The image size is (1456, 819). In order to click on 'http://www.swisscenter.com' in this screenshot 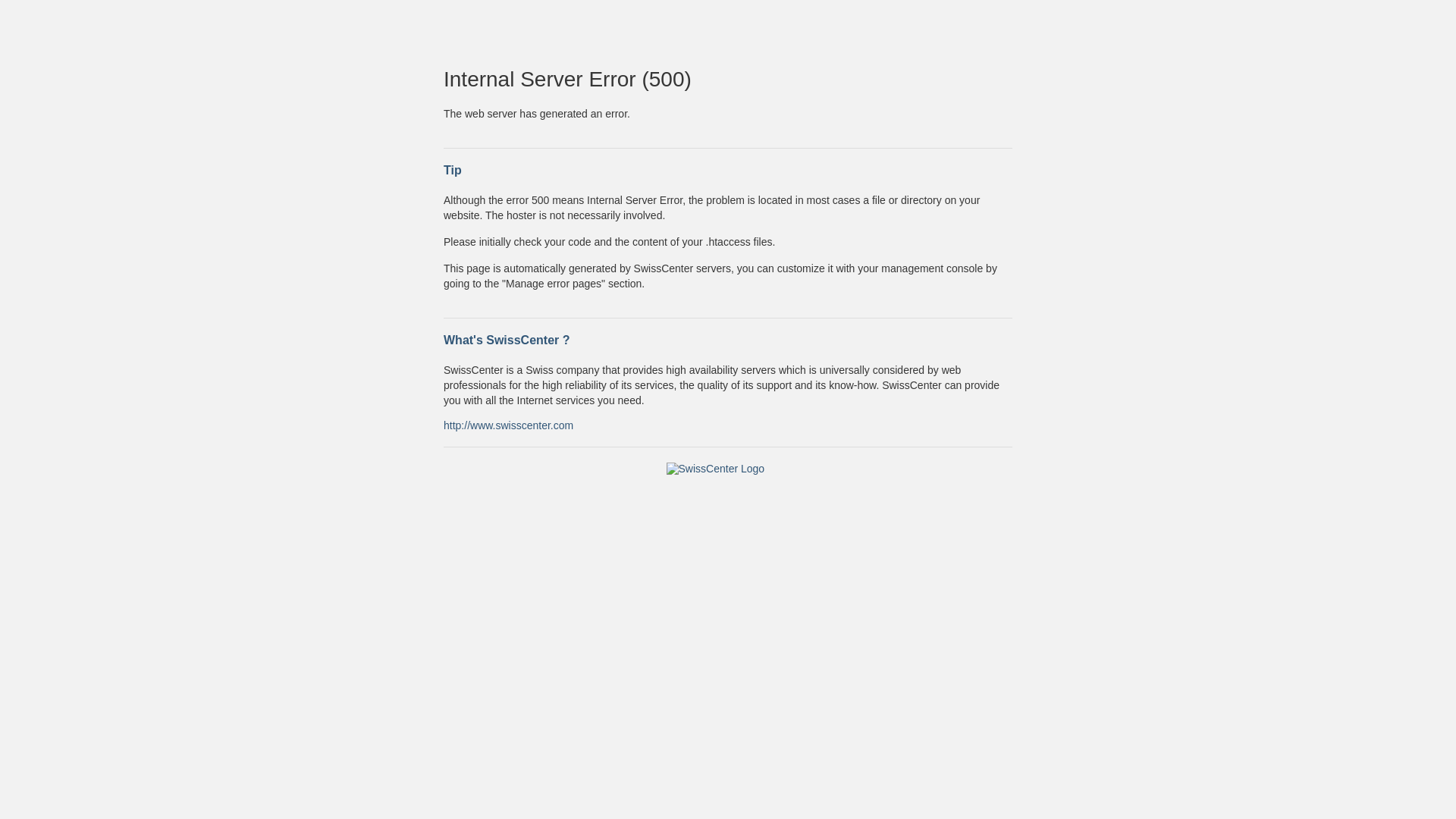, I will do `click(508, 424)`.